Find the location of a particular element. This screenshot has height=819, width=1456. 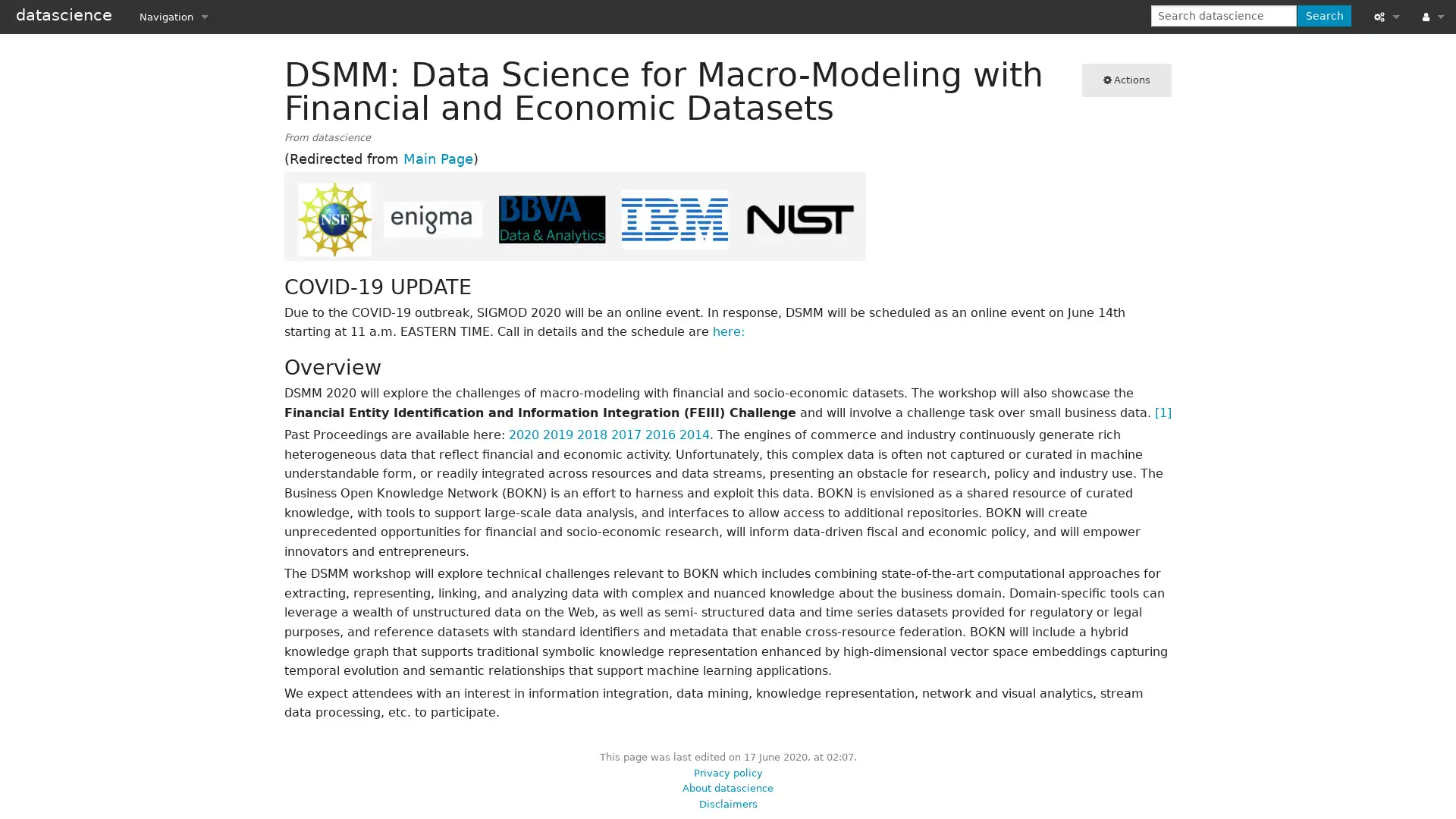

Search is located at coordinates (1323, 15).